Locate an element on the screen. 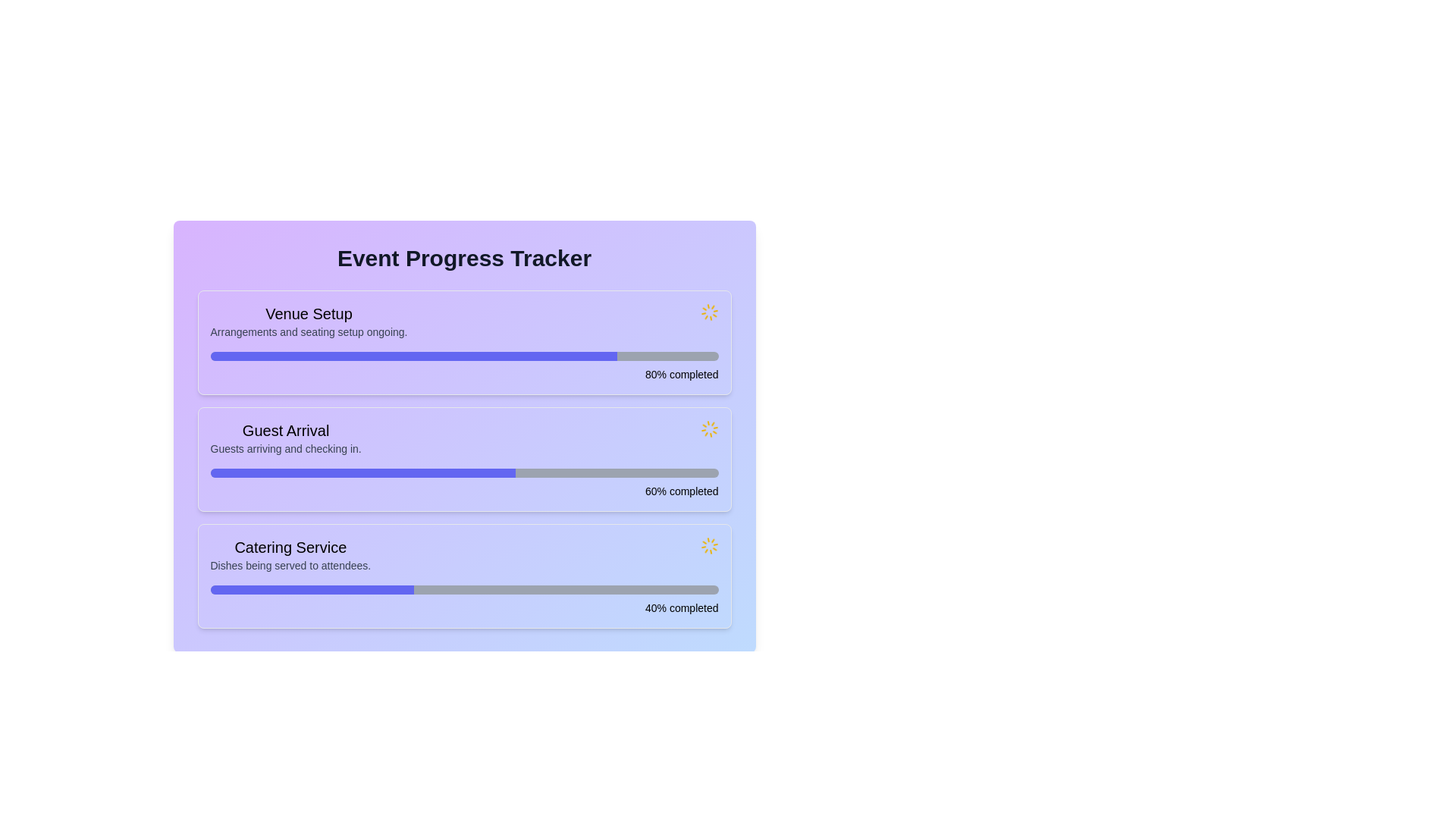  the circular spinning loader icon with radiating yellow lines, located at the far right of the 'Guest Arrival' section title, adjacent to the text '60% completed' is located at coordinates (708, 438).